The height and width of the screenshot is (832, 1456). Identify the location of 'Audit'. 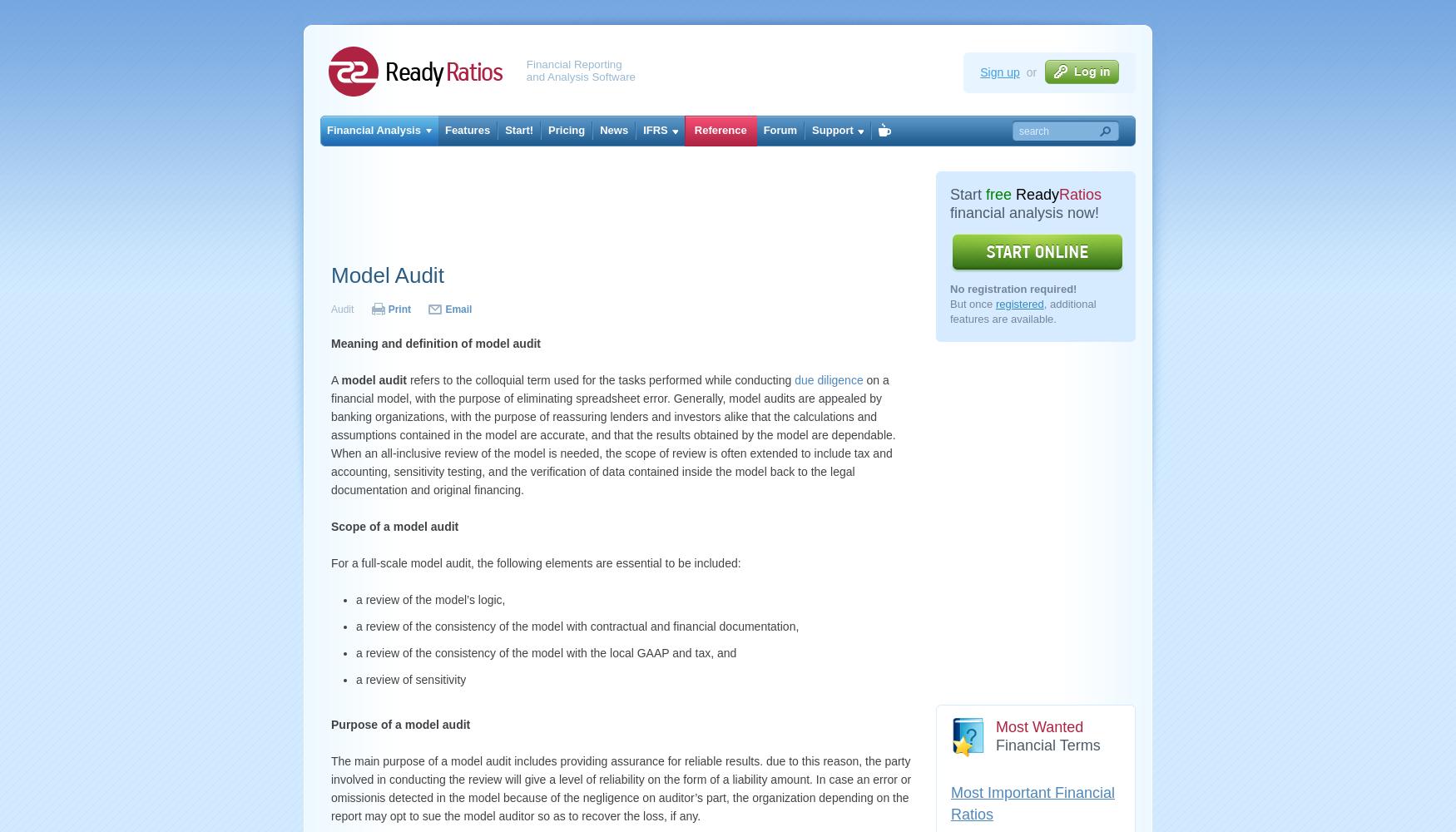
(343, 309).